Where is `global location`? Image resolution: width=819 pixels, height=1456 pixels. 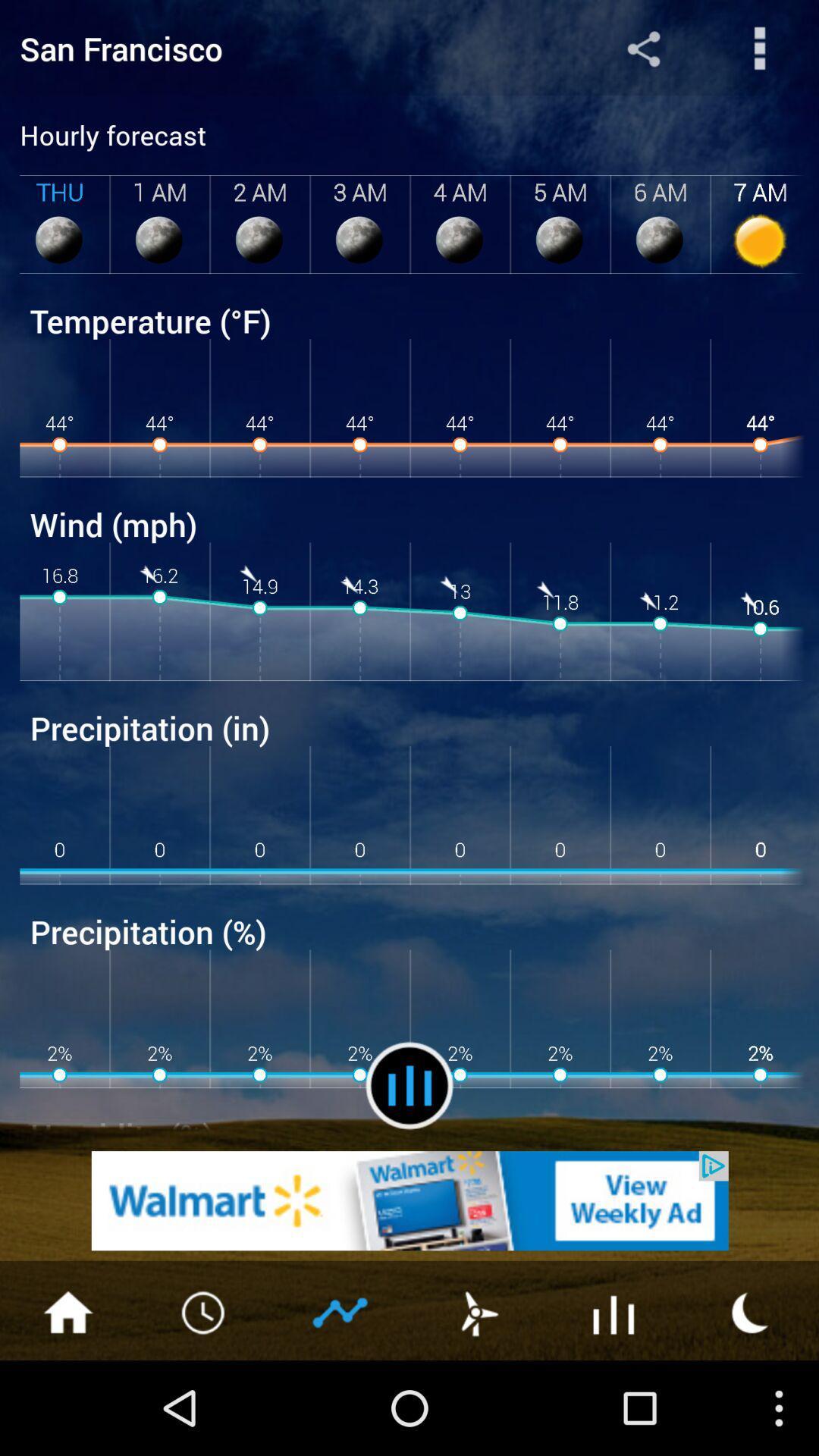 global location is located at coordinates (643, 48).